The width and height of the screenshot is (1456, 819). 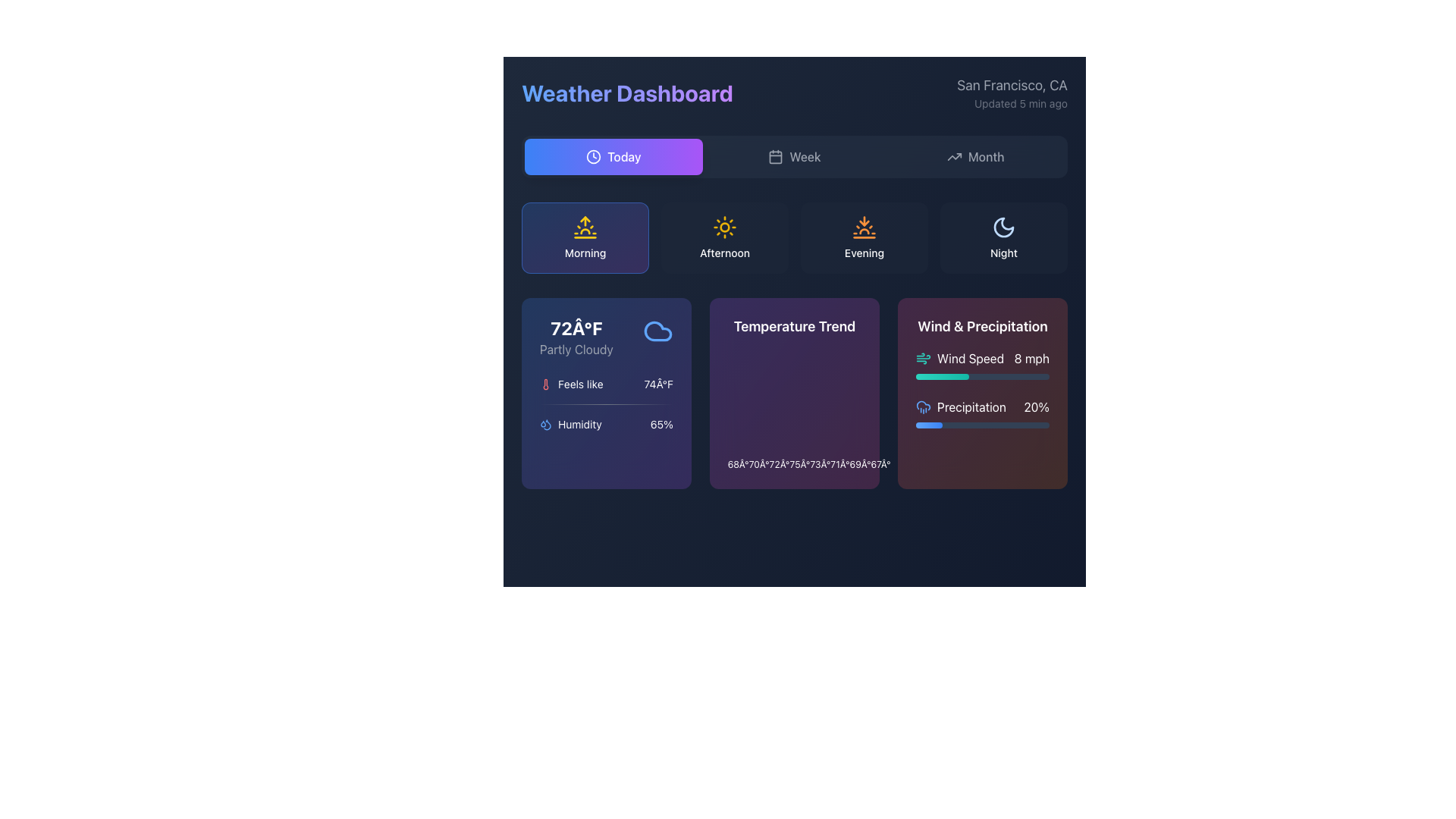 What do you see at coordinates (953, 157) in the screenshot?
I see `the upward trending arrow icon located to the left of the 'Month' text in the top-right section of the navigation bar` at bounding box center [953, 157].